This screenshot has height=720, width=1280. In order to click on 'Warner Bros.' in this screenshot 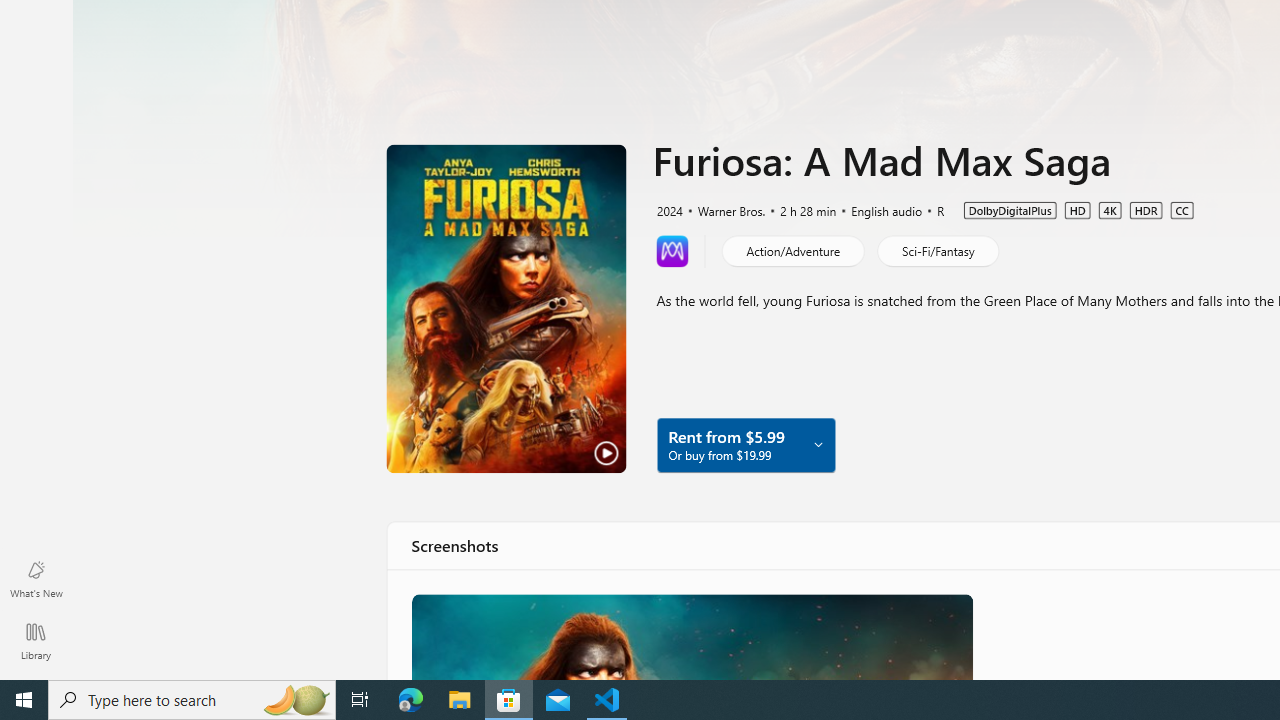, I will do `click(722, 209)`.